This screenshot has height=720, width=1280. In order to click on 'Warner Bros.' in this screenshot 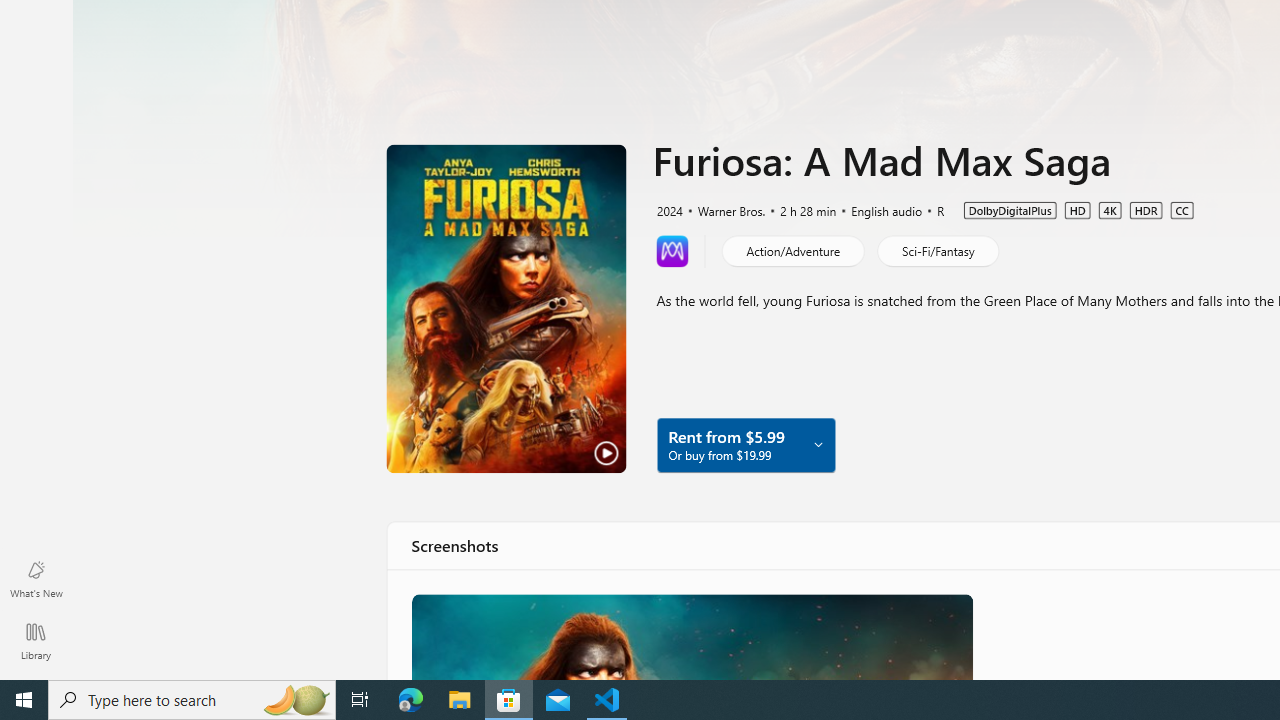, I will do `click(722, 209)`.